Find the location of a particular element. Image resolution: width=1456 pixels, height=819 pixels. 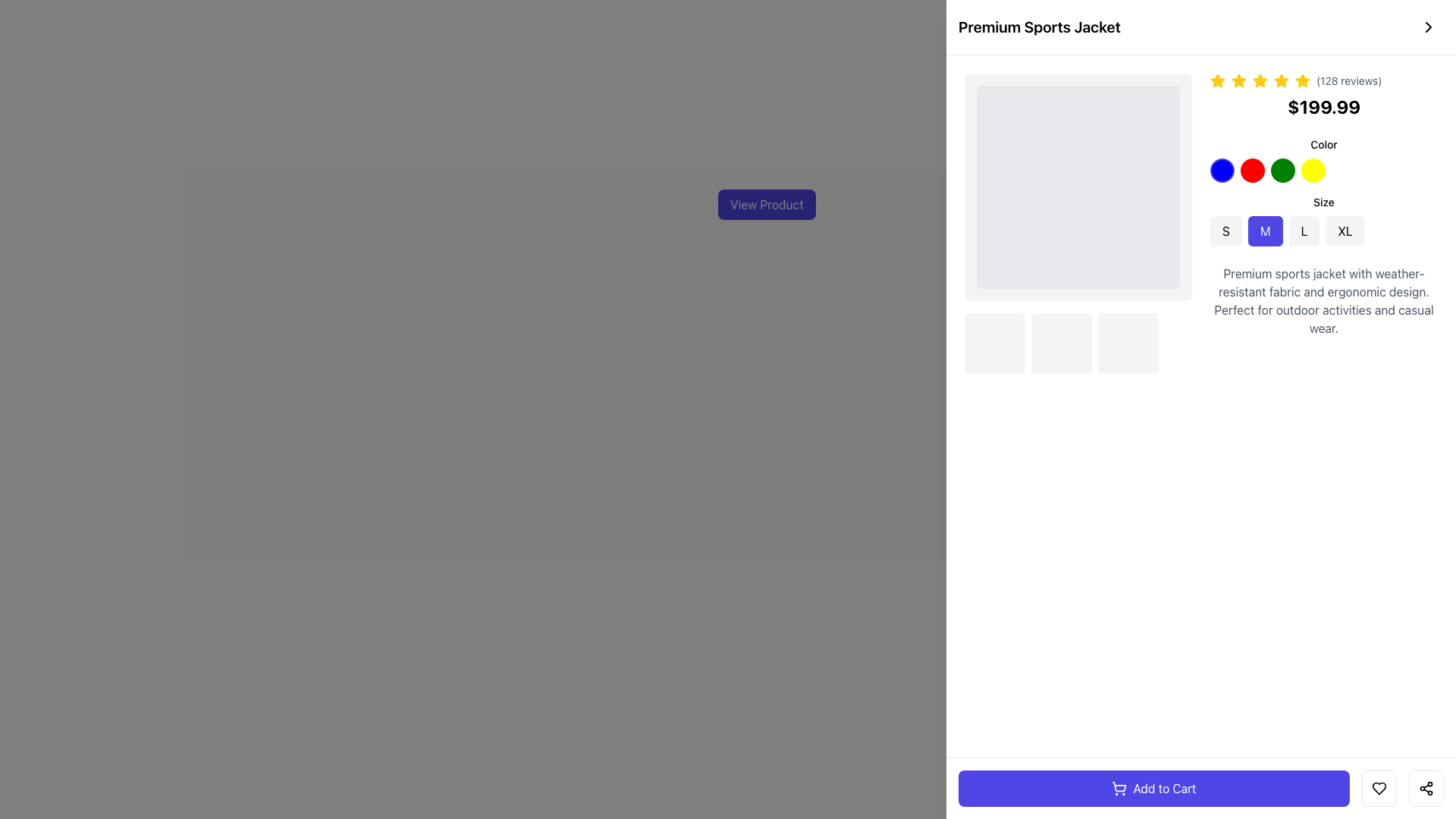

the leftmost button labeled 'S' with a light gray background and black text is located at coordinates (1226, 231).